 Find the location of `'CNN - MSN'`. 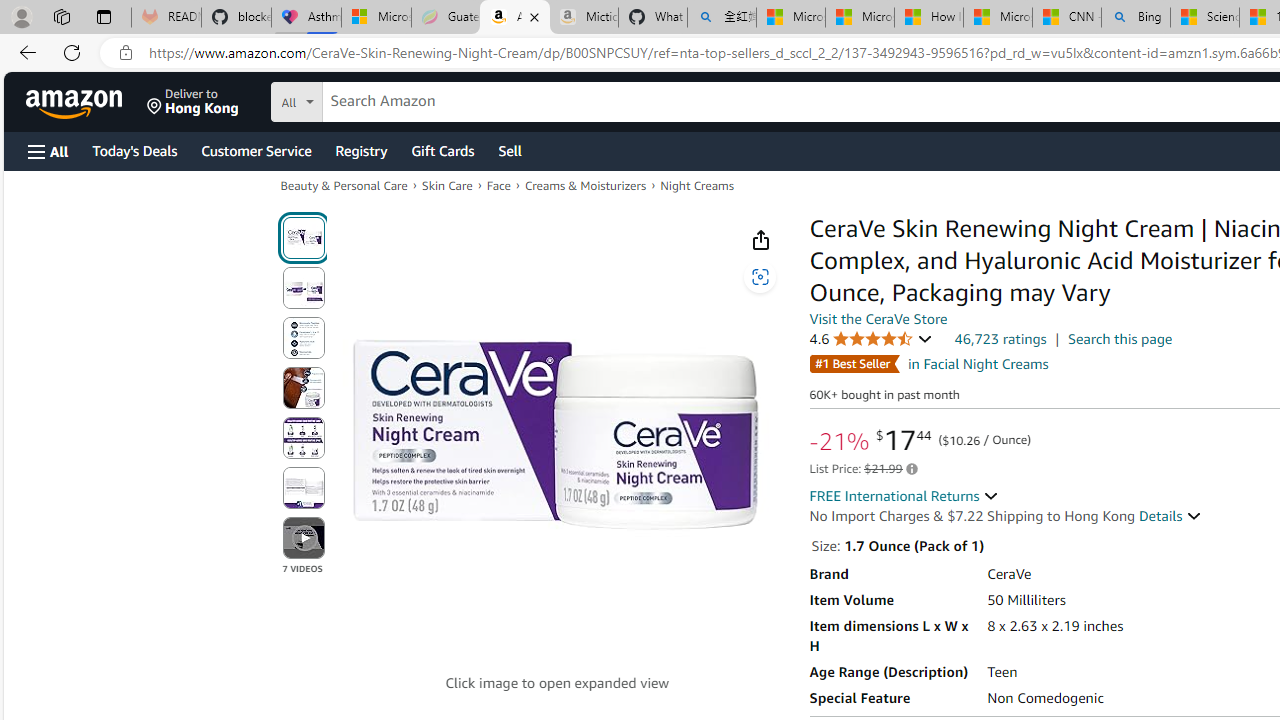

'CNN - MSN' is located at coordinates (1065, 17).